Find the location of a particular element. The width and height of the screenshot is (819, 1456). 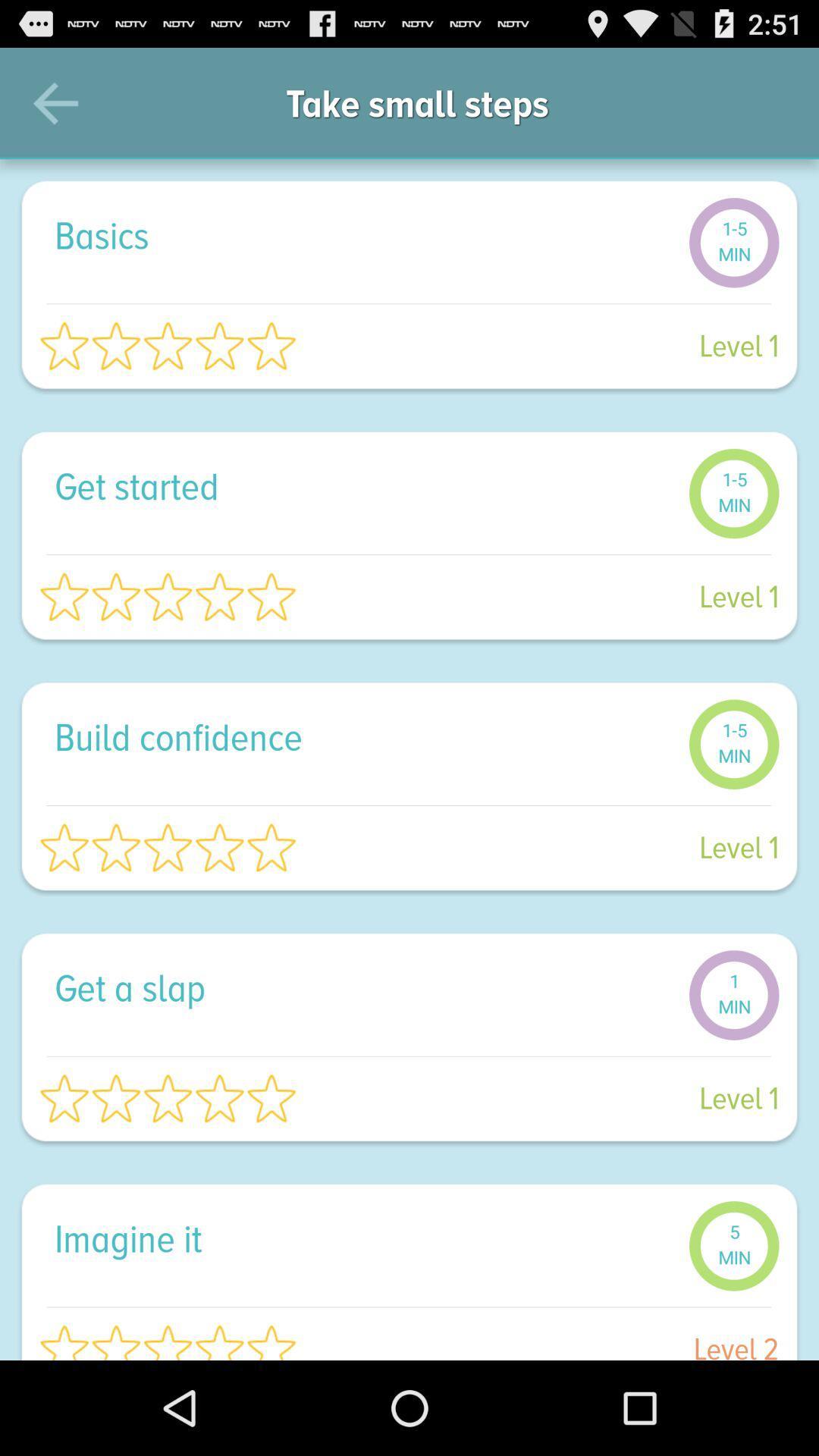

build confidence icon is located at coordinates (363, 736).